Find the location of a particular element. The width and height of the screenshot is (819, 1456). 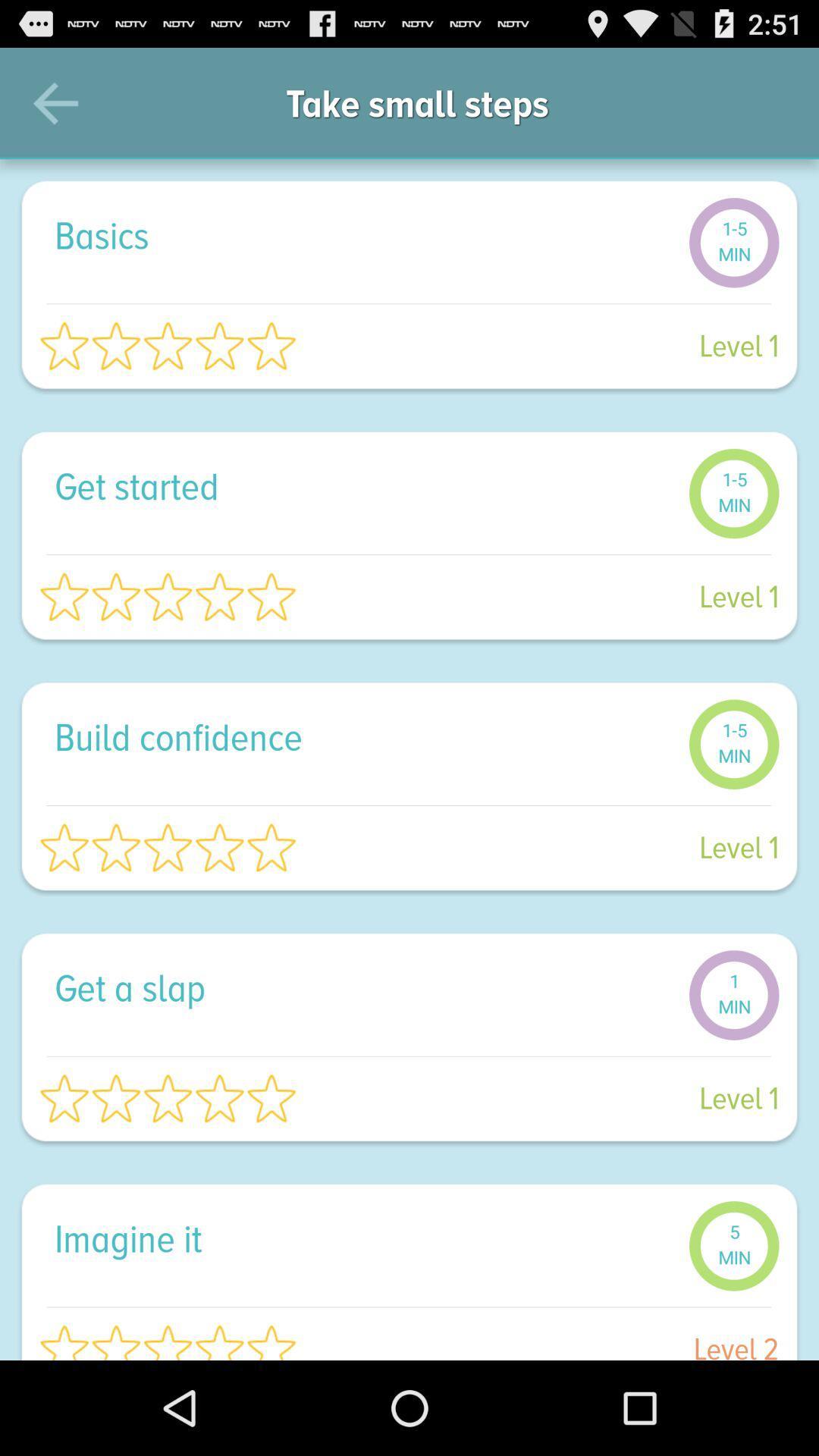

build confidence icon is located at coordinates (363, 736).